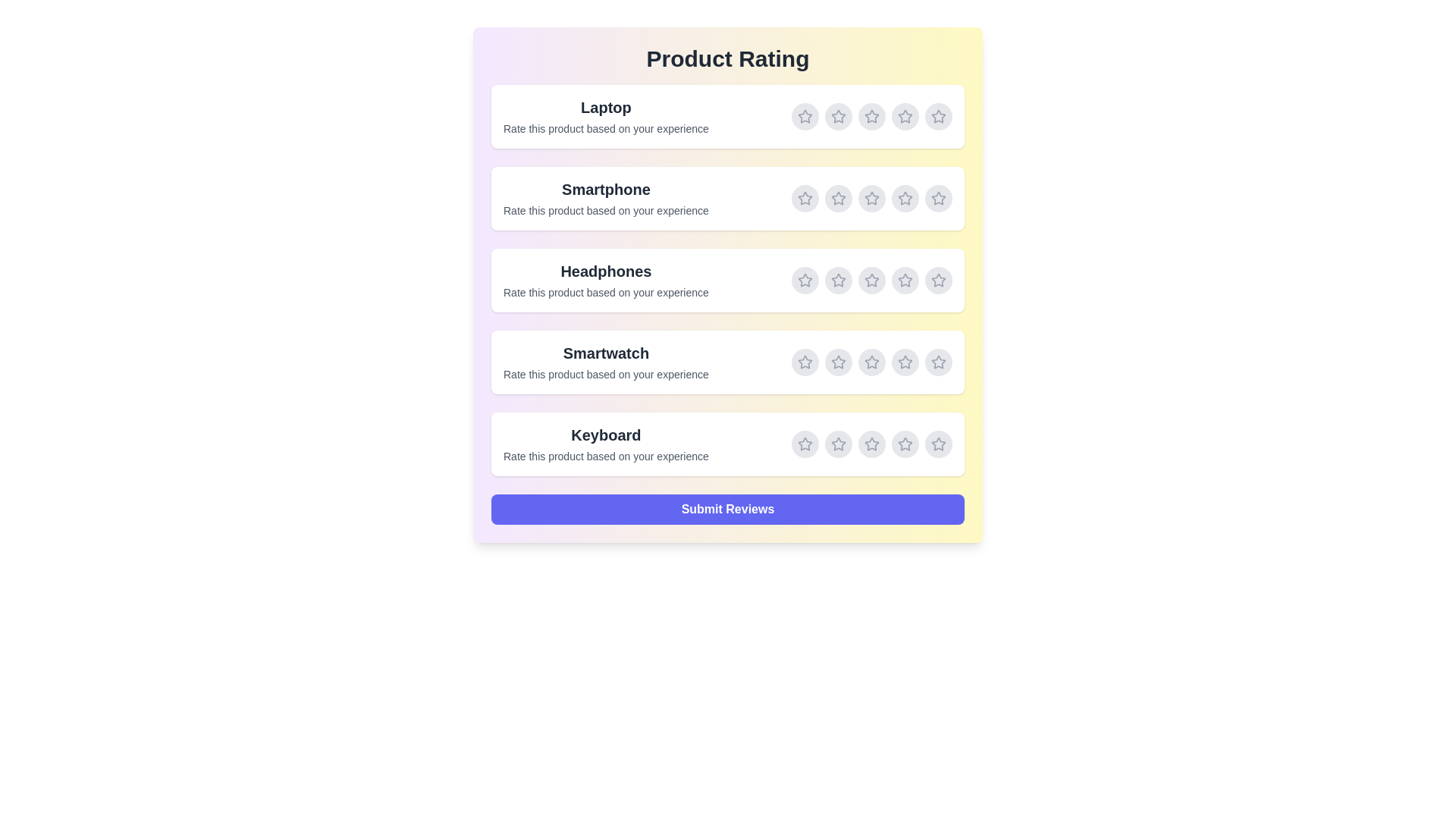  What do you see at coordinates (837, 444) in the screenshot?
I see `the rating for Keyboard to 2 stars` at bounding box center [837, 444].